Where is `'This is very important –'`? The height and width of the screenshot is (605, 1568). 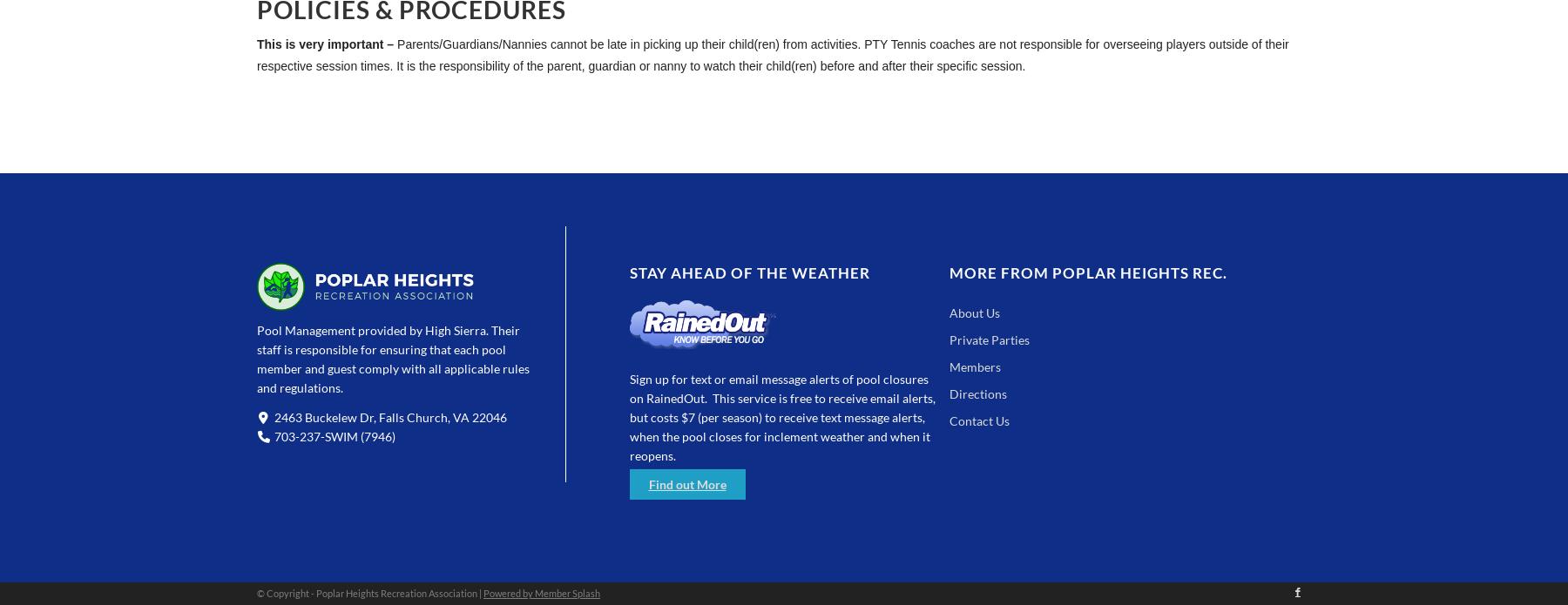
'This is very important –' is located at coordinates (256, 44).